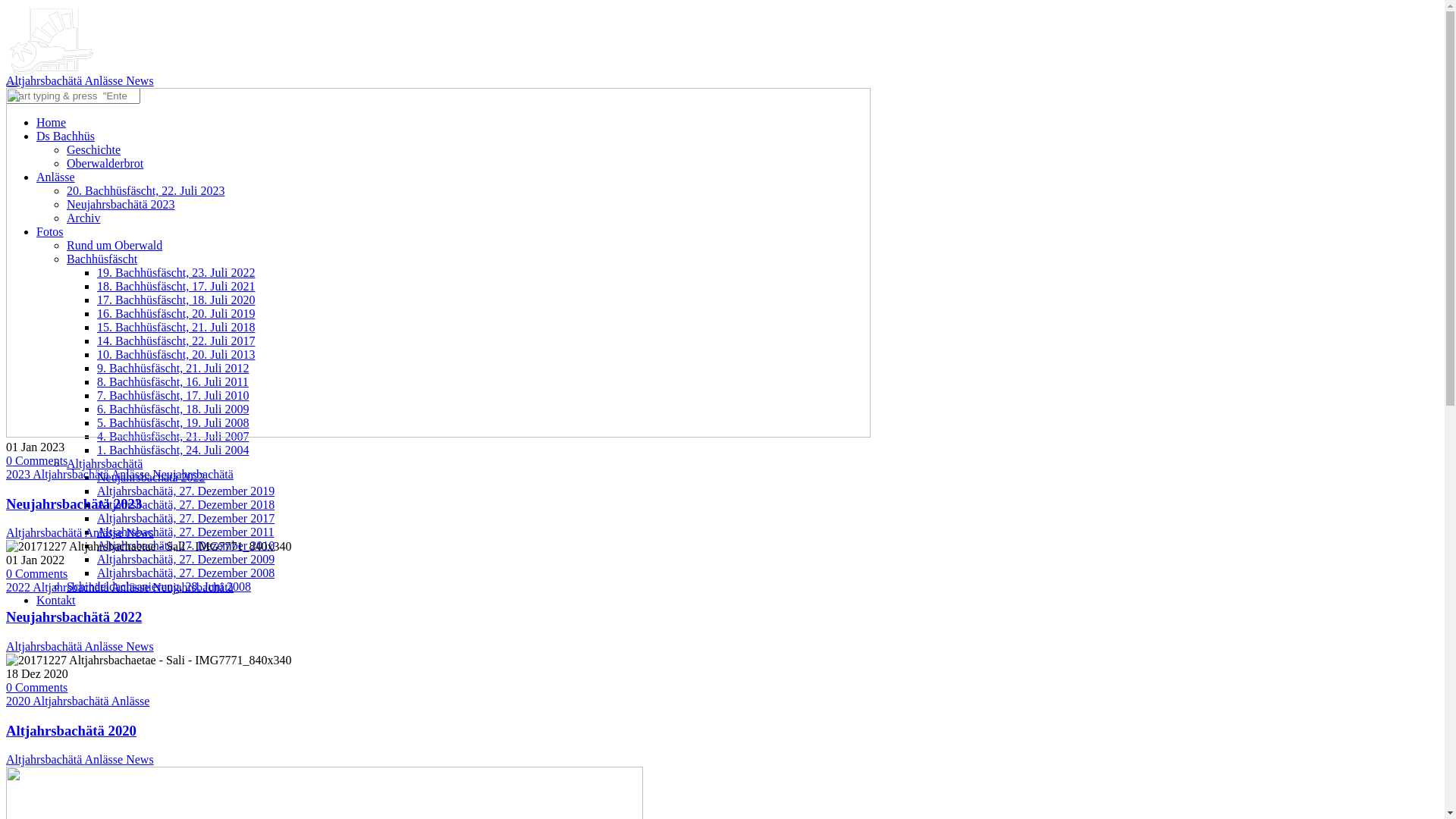  Describe the element at coordinates (158, 585) in the screenshot. I see `'Schindeldachsanierung, 28. Juni 2008'` at that location.